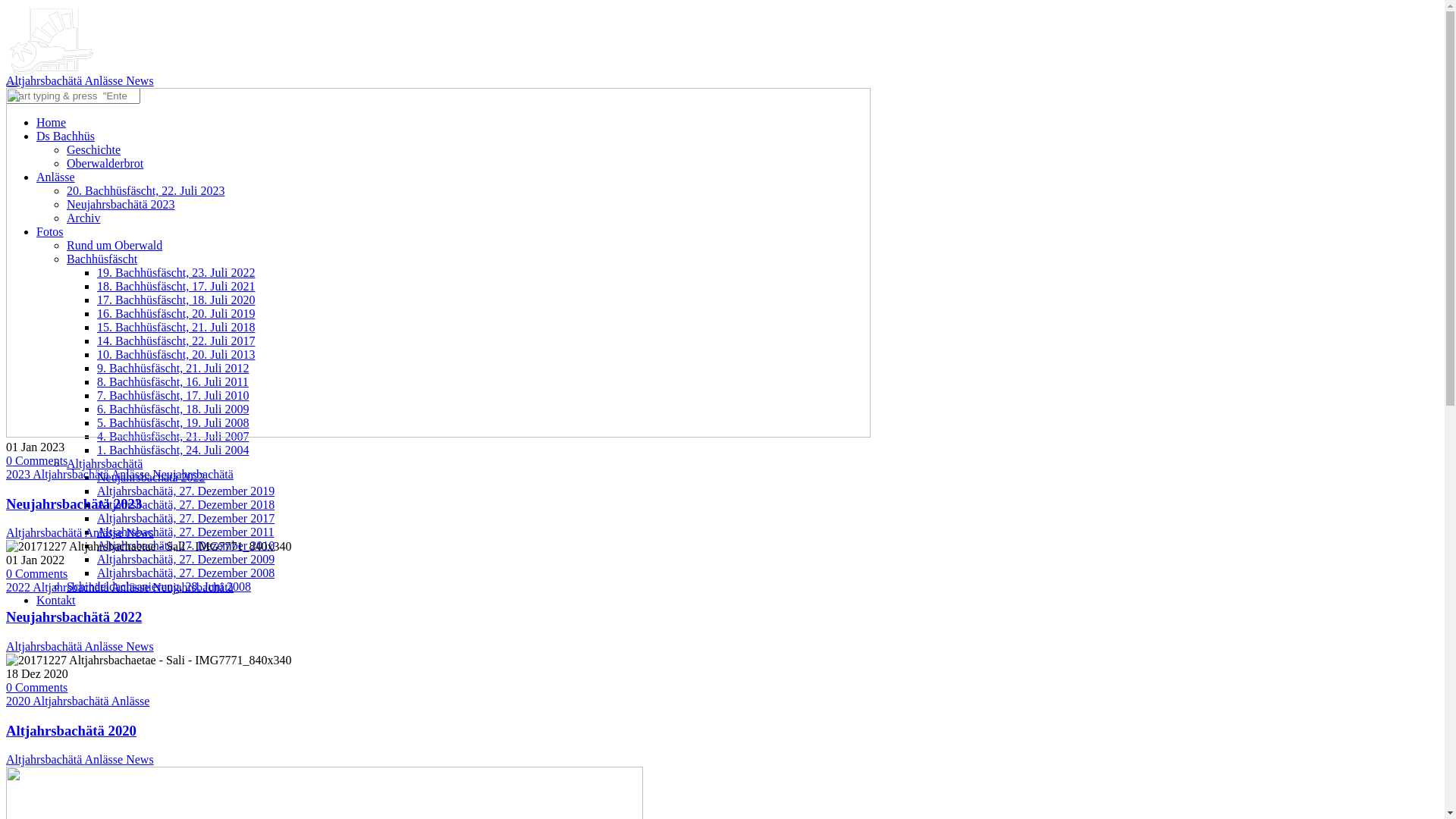  Describe the element at coordinates (158, 585) in the screenshot. I see `'Schindeldachsanierung, 28. Juni 2008'` at that location.